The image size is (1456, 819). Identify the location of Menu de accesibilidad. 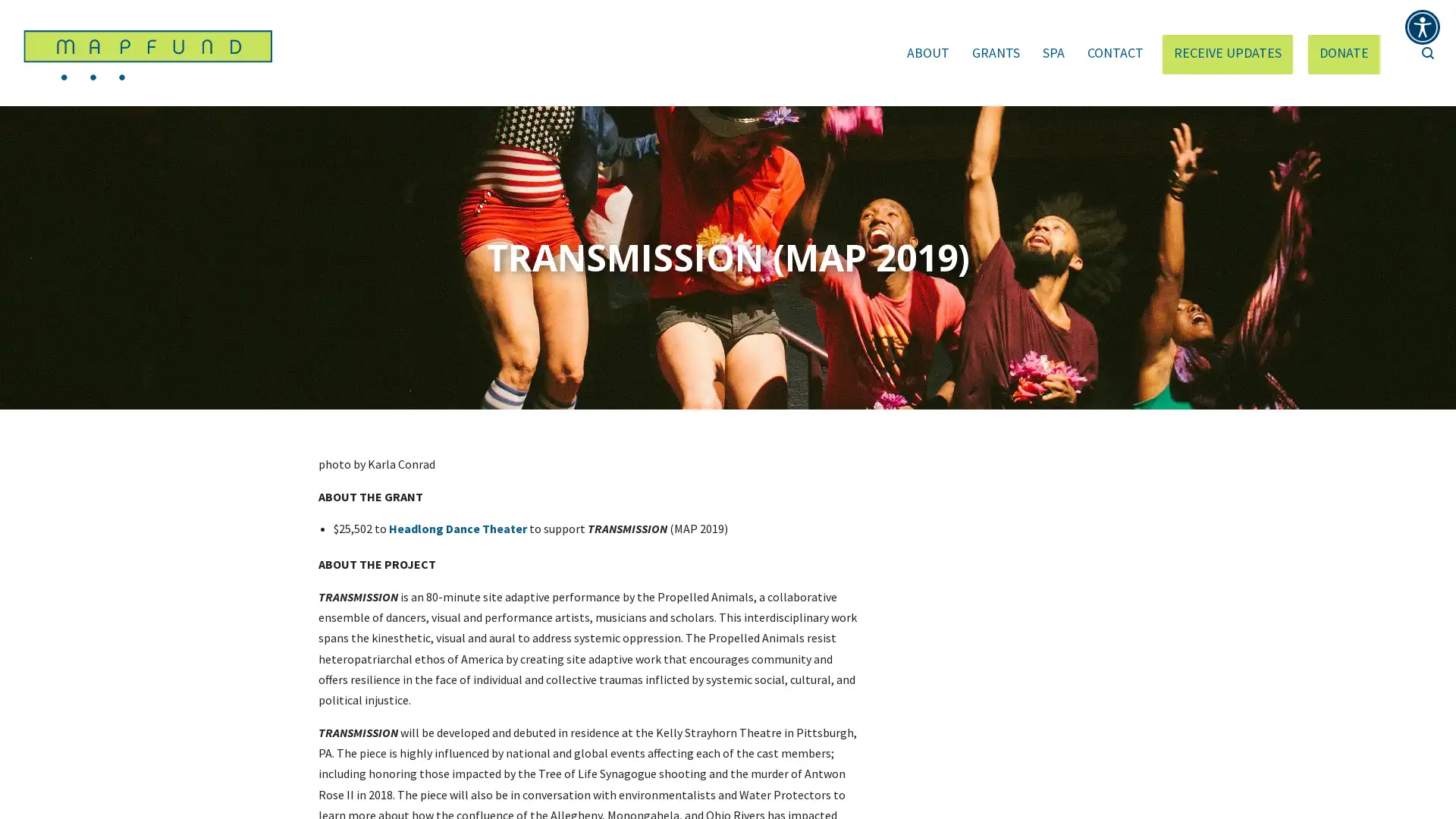
(1422, 27).